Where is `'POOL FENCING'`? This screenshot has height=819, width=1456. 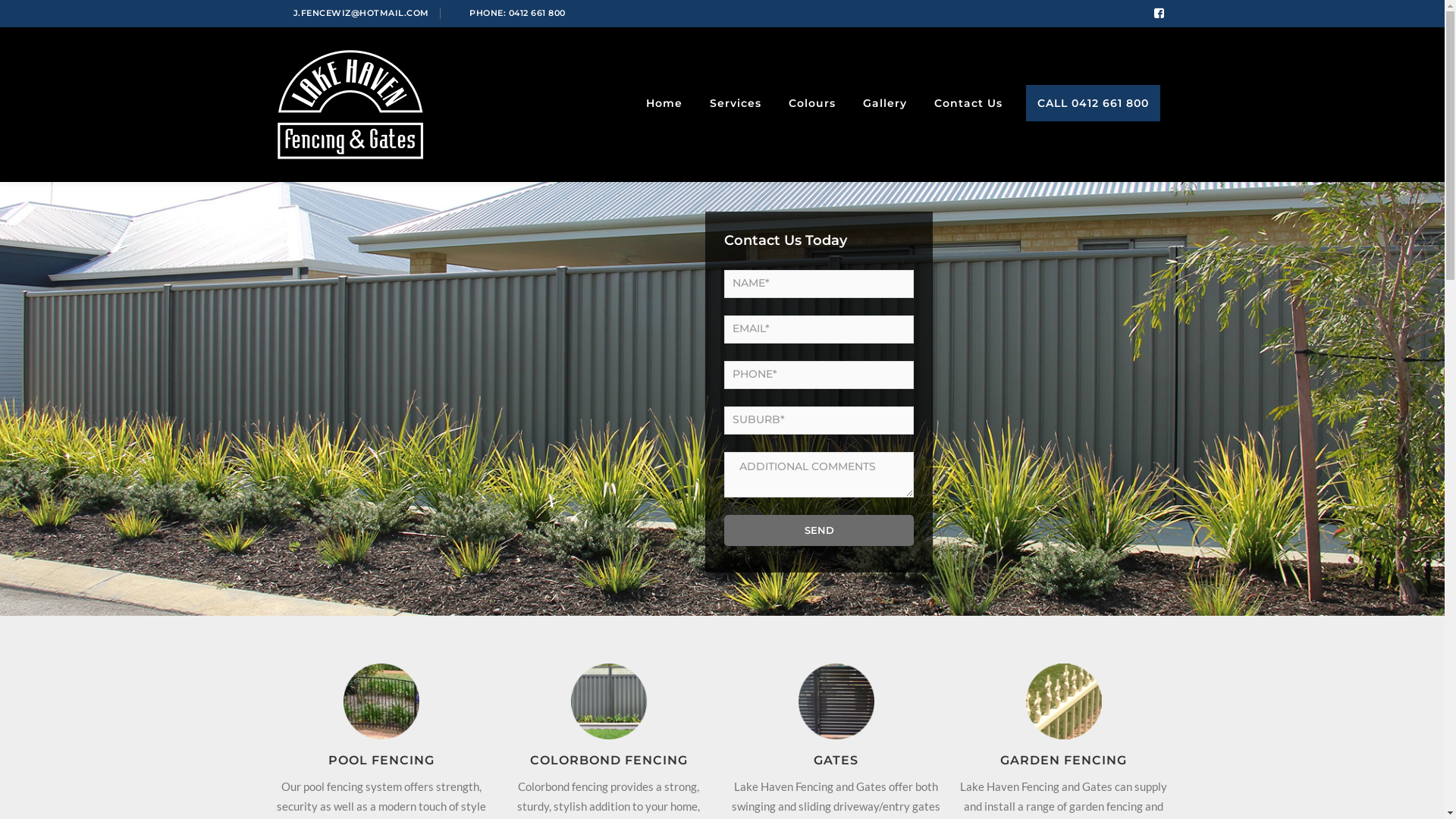
'POOL FENCING' is located at coordinates (327, 760).